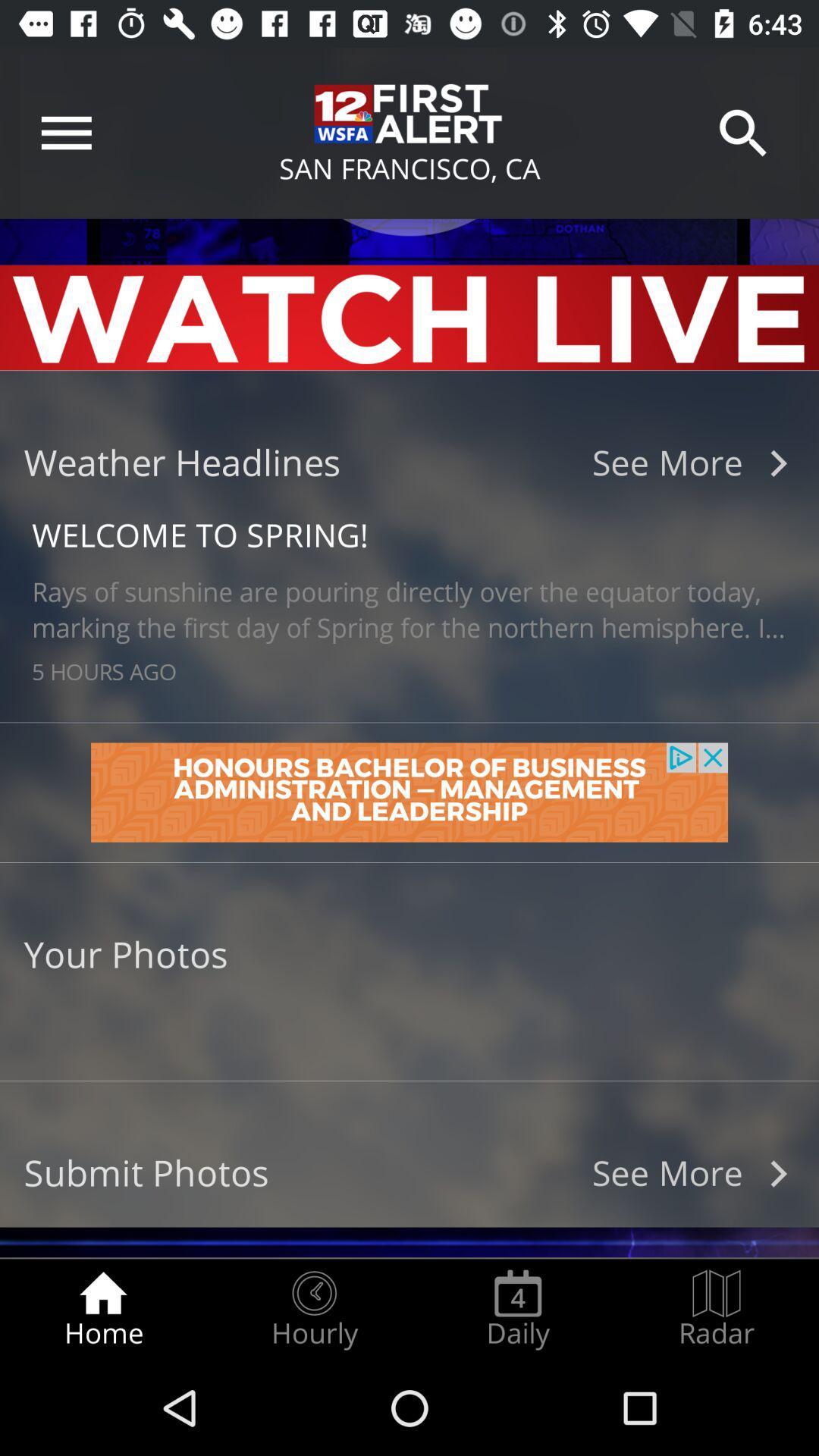 This screenshot has width=819, height=1456. Describe the element at coordinates (313, 1309) in the screenshot. I see `the item to the right of the home item` at that location.